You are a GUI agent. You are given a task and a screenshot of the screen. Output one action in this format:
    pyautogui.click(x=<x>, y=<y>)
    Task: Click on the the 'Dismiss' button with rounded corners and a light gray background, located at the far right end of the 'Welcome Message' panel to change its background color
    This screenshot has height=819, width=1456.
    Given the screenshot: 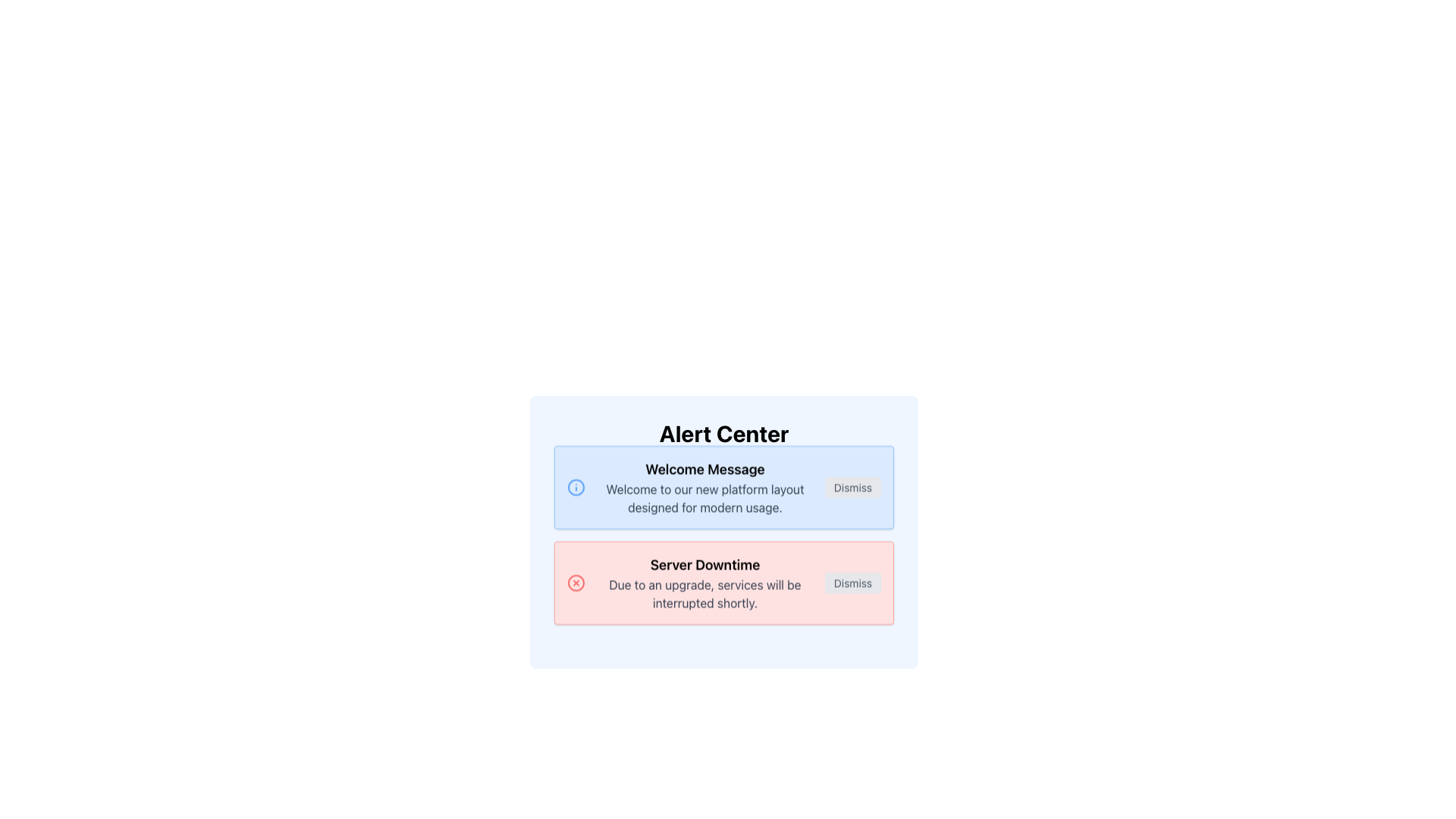 What is the action you would take?
    pyautogui.click(x=852, y=500)
    